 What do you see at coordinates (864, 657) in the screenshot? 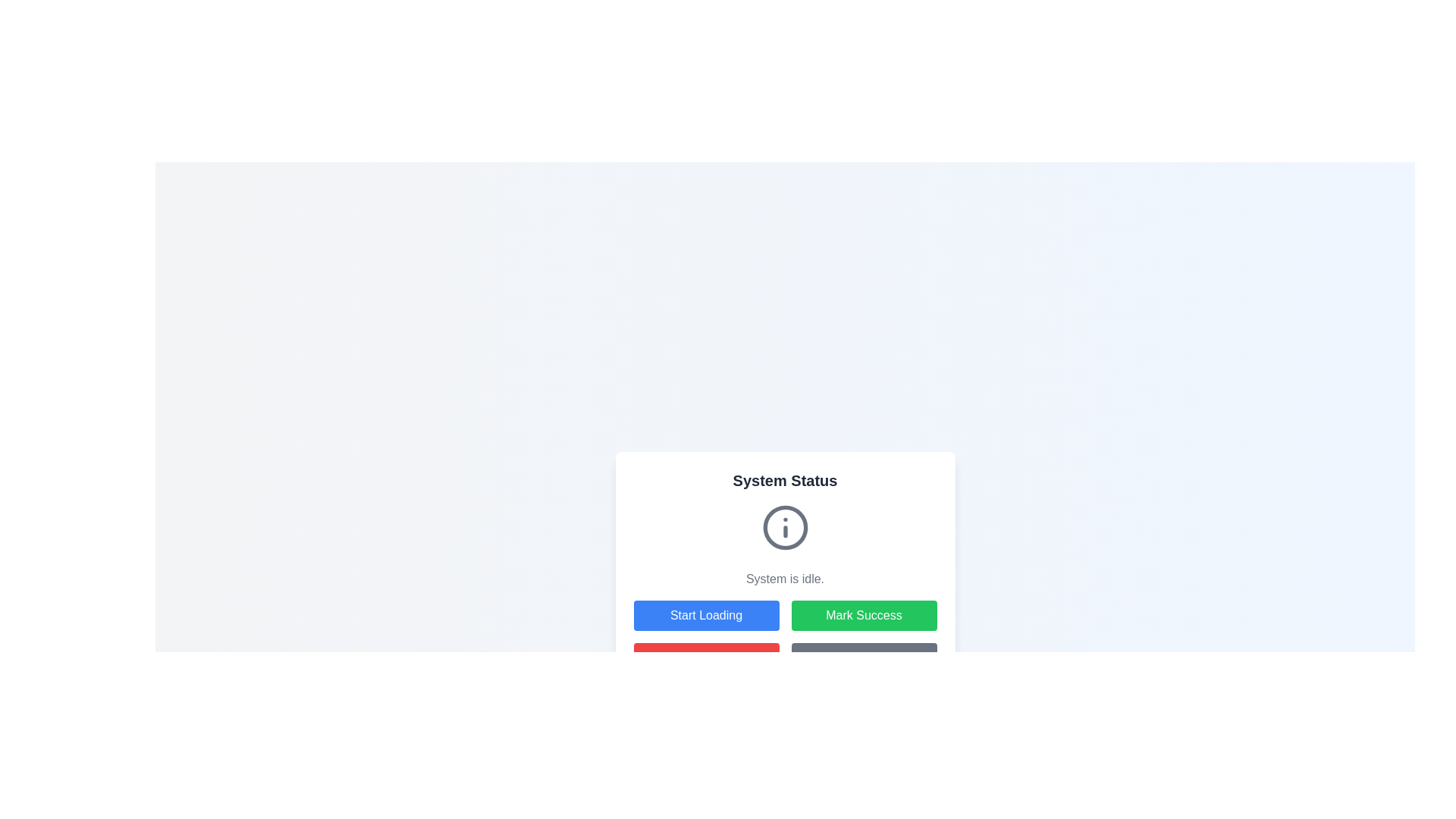
I see `the reset system status button, which is the fourth option in the button group below the 'System Status' title, to change its color` at bounding box center [864, 657].